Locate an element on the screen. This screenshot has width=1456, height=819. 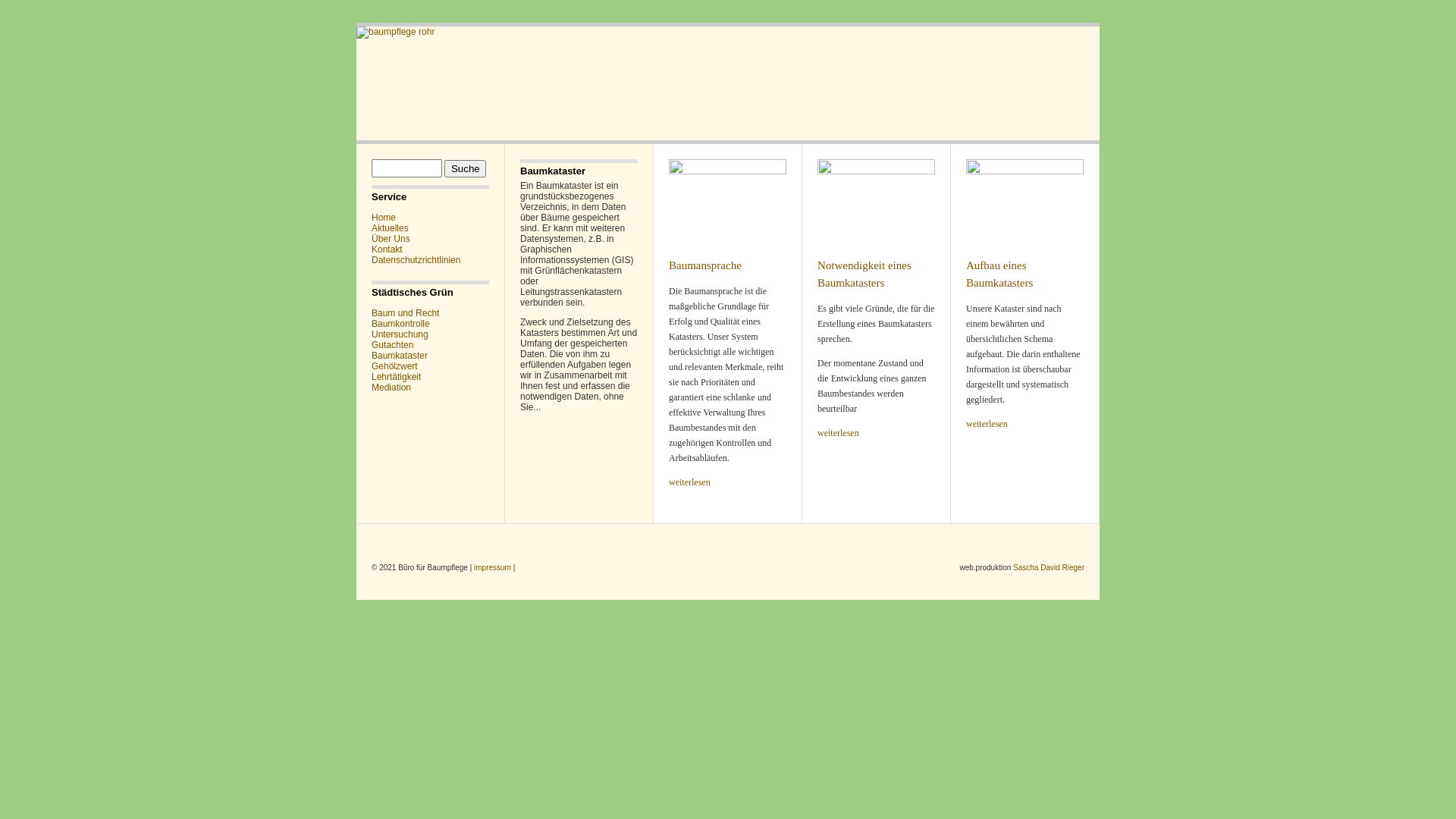
'Gutachten' is located at coordinates (371, 345).